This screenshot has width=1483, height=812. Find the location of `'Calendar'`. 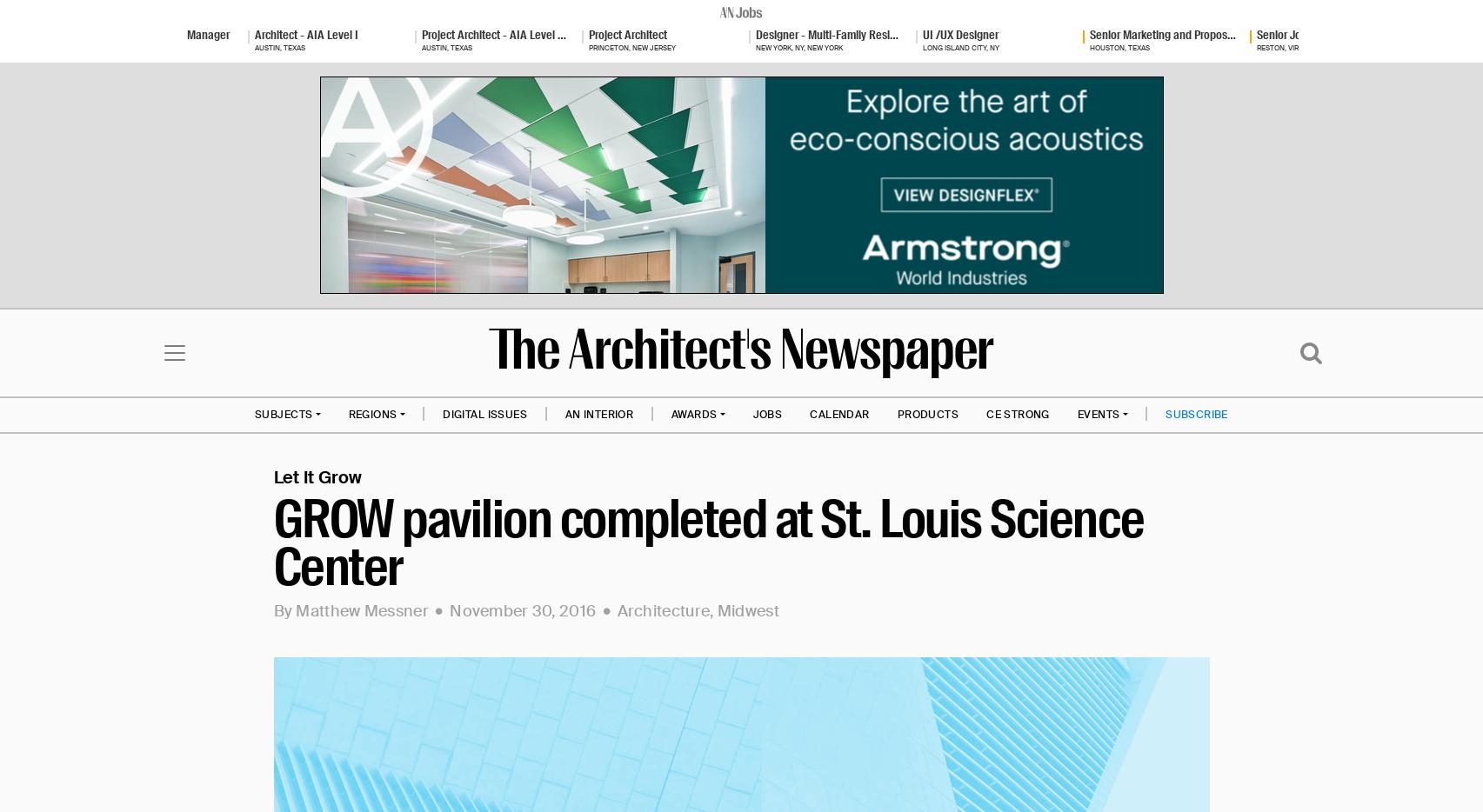

'Calendar' is located at coordinates (808, 412).